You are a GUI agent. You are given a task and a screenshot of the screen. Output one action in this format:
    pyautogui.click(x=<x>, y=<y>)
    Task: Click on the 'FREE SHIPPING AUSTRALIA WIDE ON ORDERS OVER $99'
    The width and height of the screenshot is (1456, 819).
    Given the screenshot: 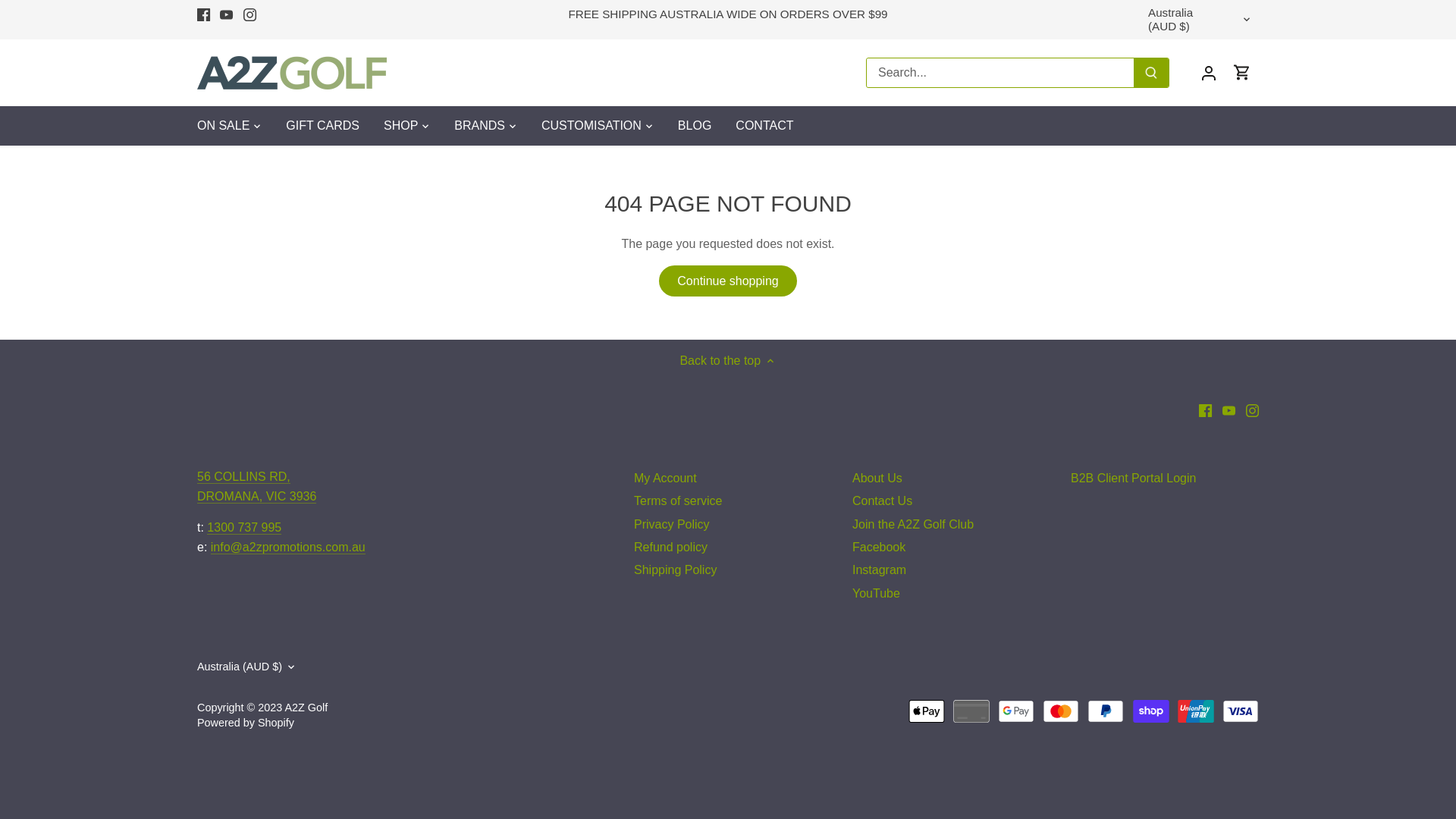 What is the action you would take?
    pyautogui.click(x=726, y=14)
    